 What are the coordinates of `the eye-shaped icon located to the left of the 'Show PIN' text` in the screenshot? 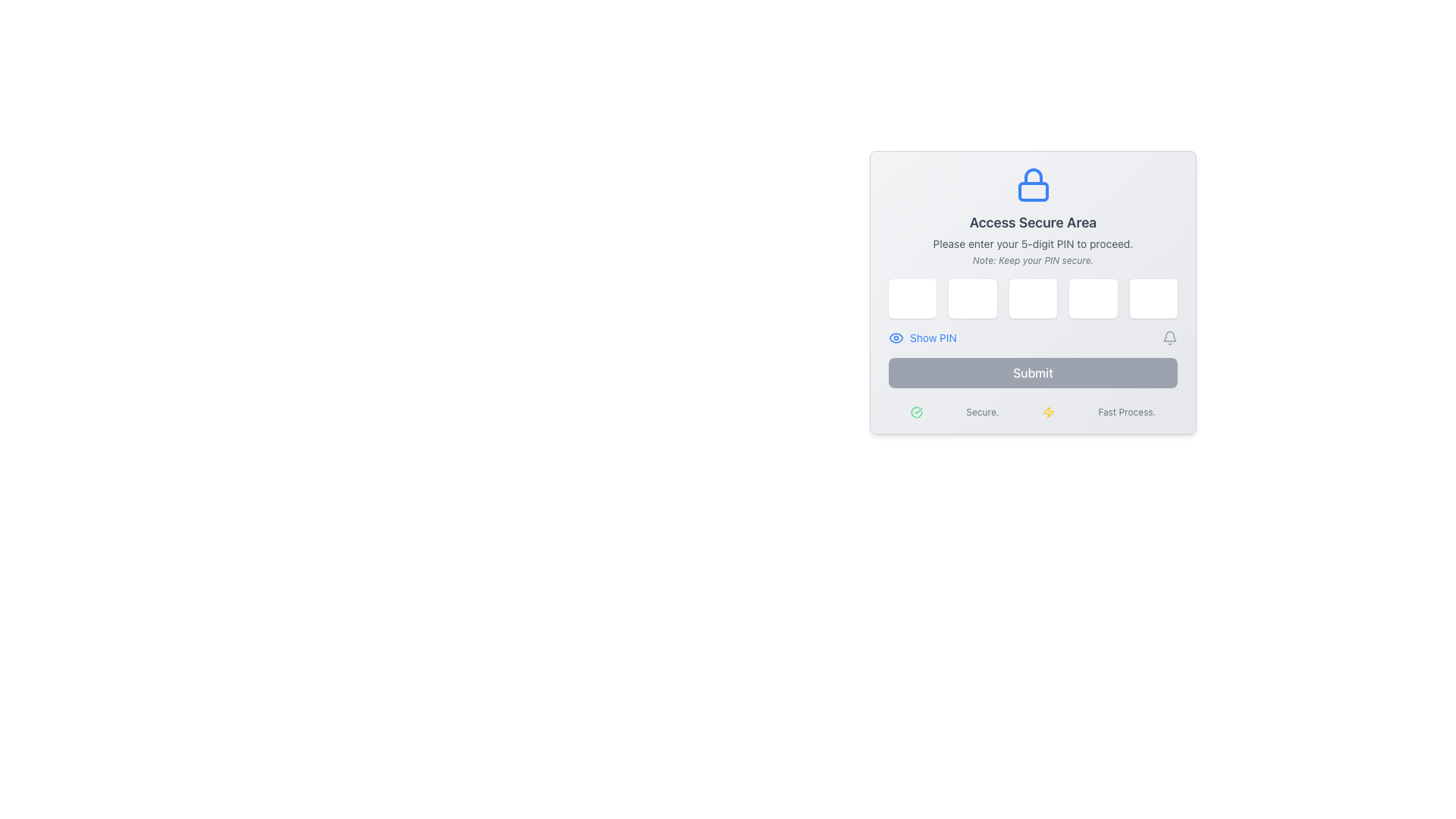 It's located at (896, 337).